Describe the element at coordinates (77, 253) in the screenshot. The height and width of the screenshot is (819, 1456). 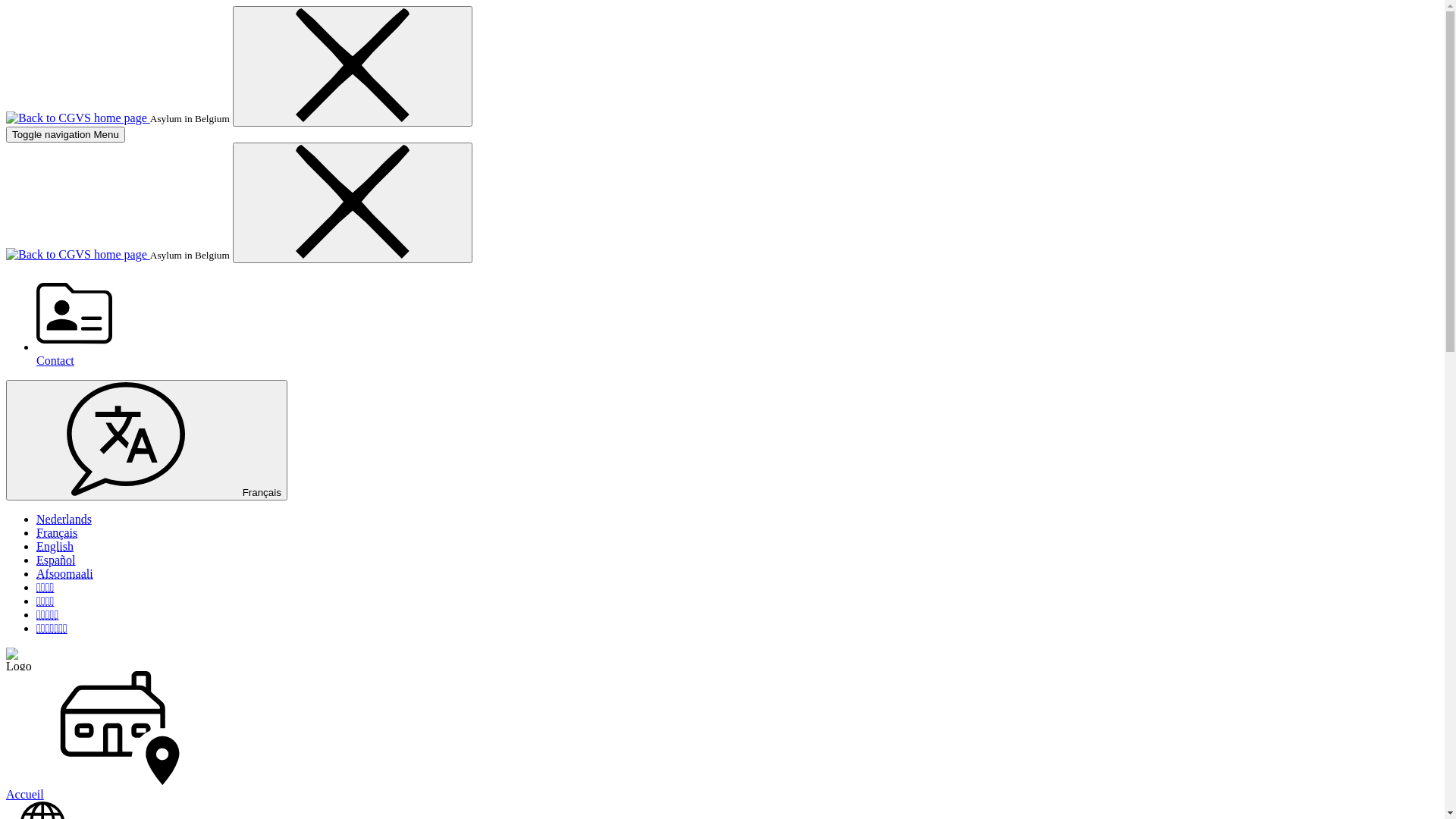
I see `'Back to the home page'` at that location.